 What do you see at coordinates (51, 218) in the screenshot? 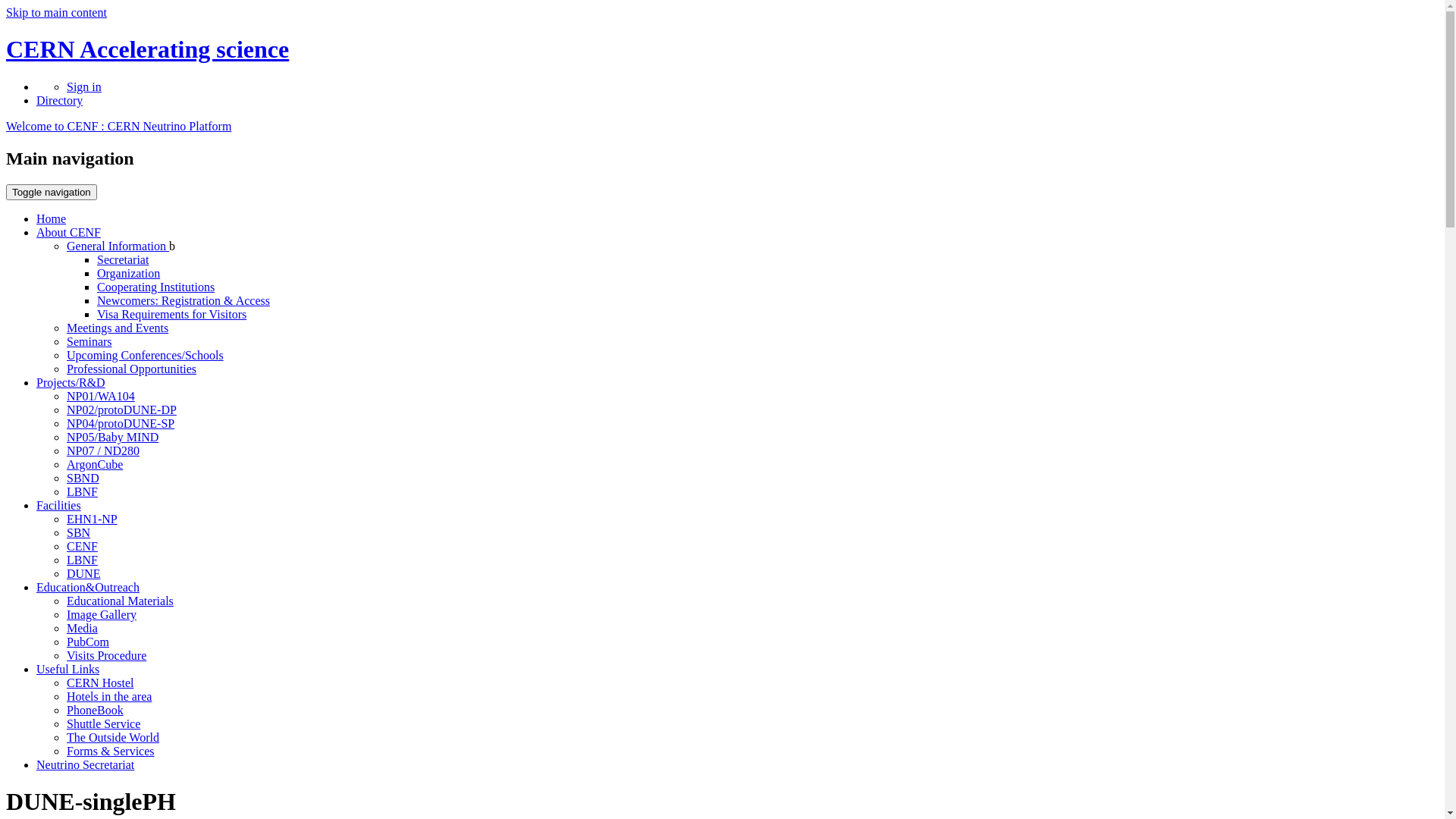
I see `'Home'` at bounding box center [51, 218].